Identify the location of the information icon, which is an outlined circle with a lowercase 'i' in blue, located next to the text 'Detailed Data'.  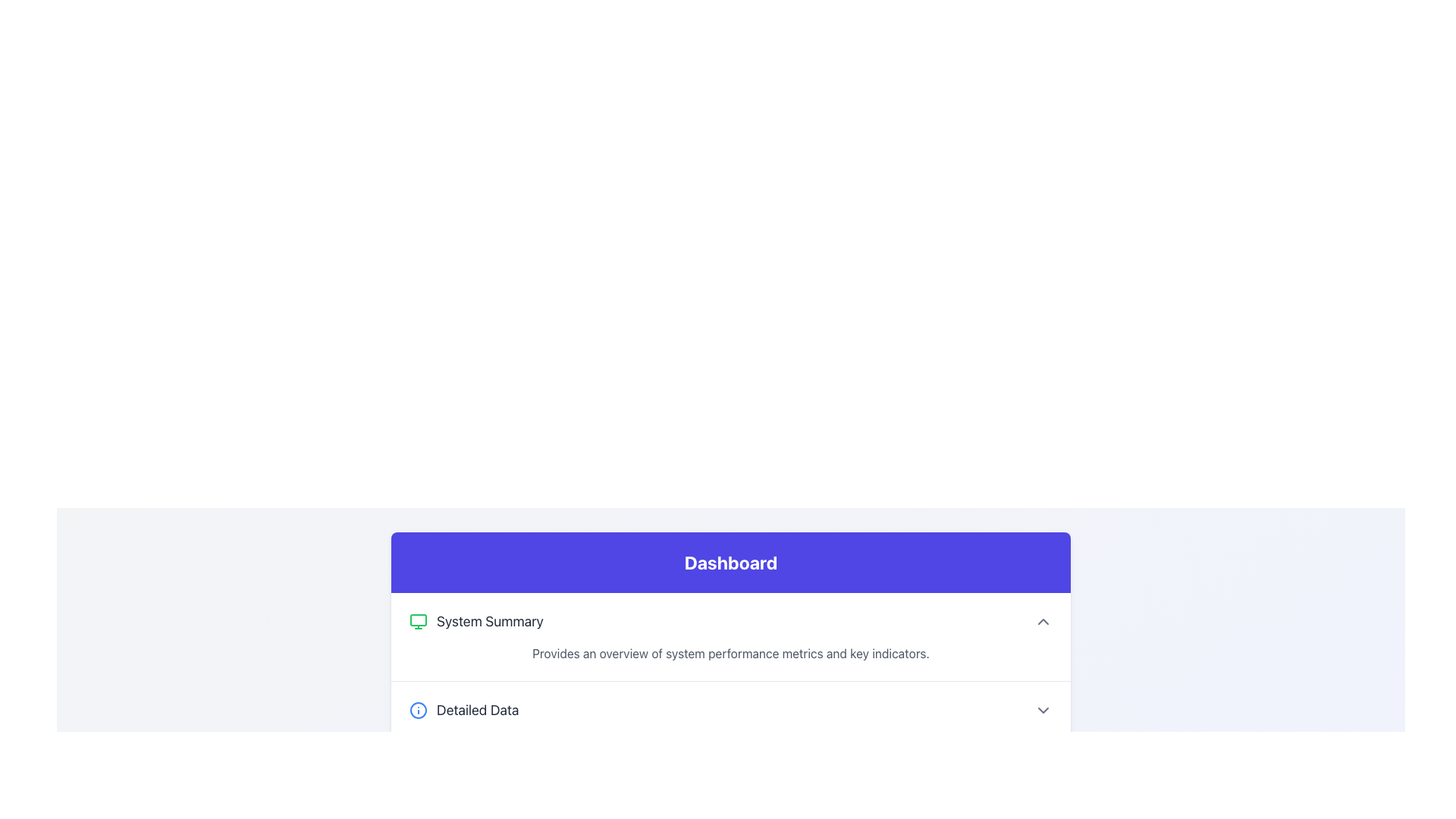
(419, 711).